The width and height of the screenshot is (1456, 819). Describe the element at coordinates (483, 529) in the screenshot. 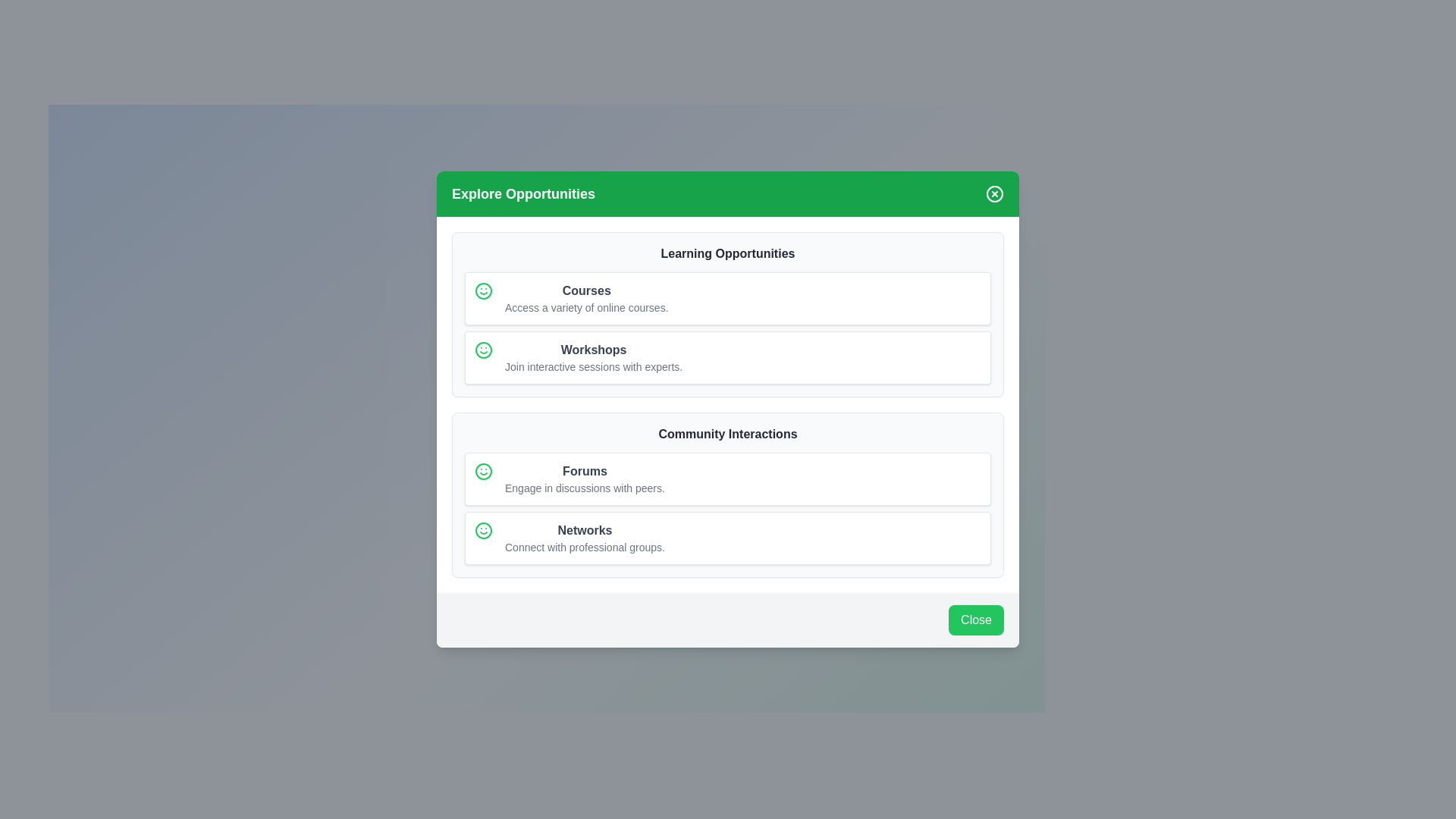

I see `the green smiling face icon located to the left of the text 'Networks Connect with professional groups.' in the 'Community Interactions' section of the card list` at that location.